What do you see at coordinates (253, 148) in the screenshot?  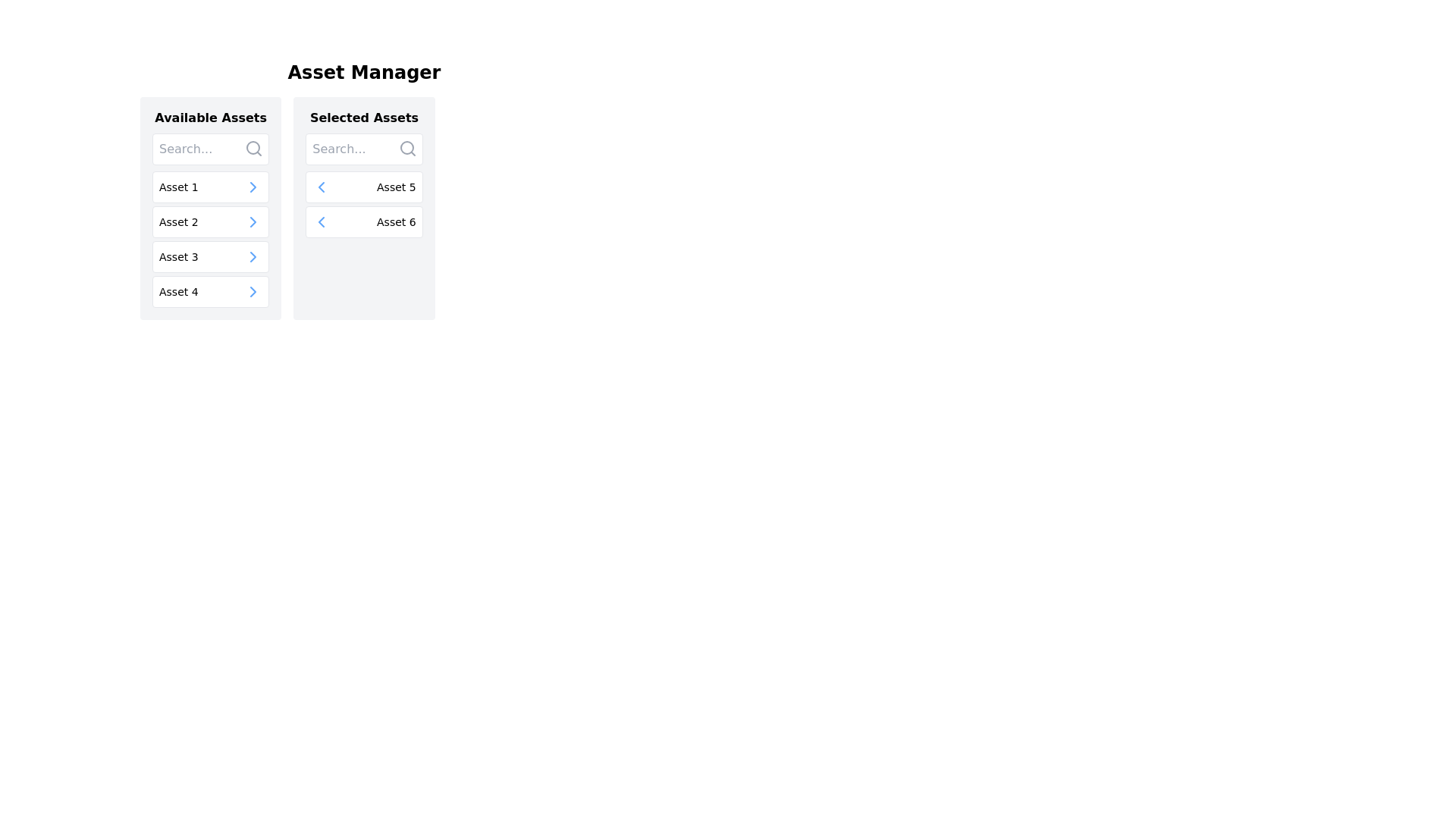 I see `the SVG circle element that is part of the search icon for the 'Available Assets' section, which is located inside the column header aligned to the right of the text input box` at bounding box center [253, 148].